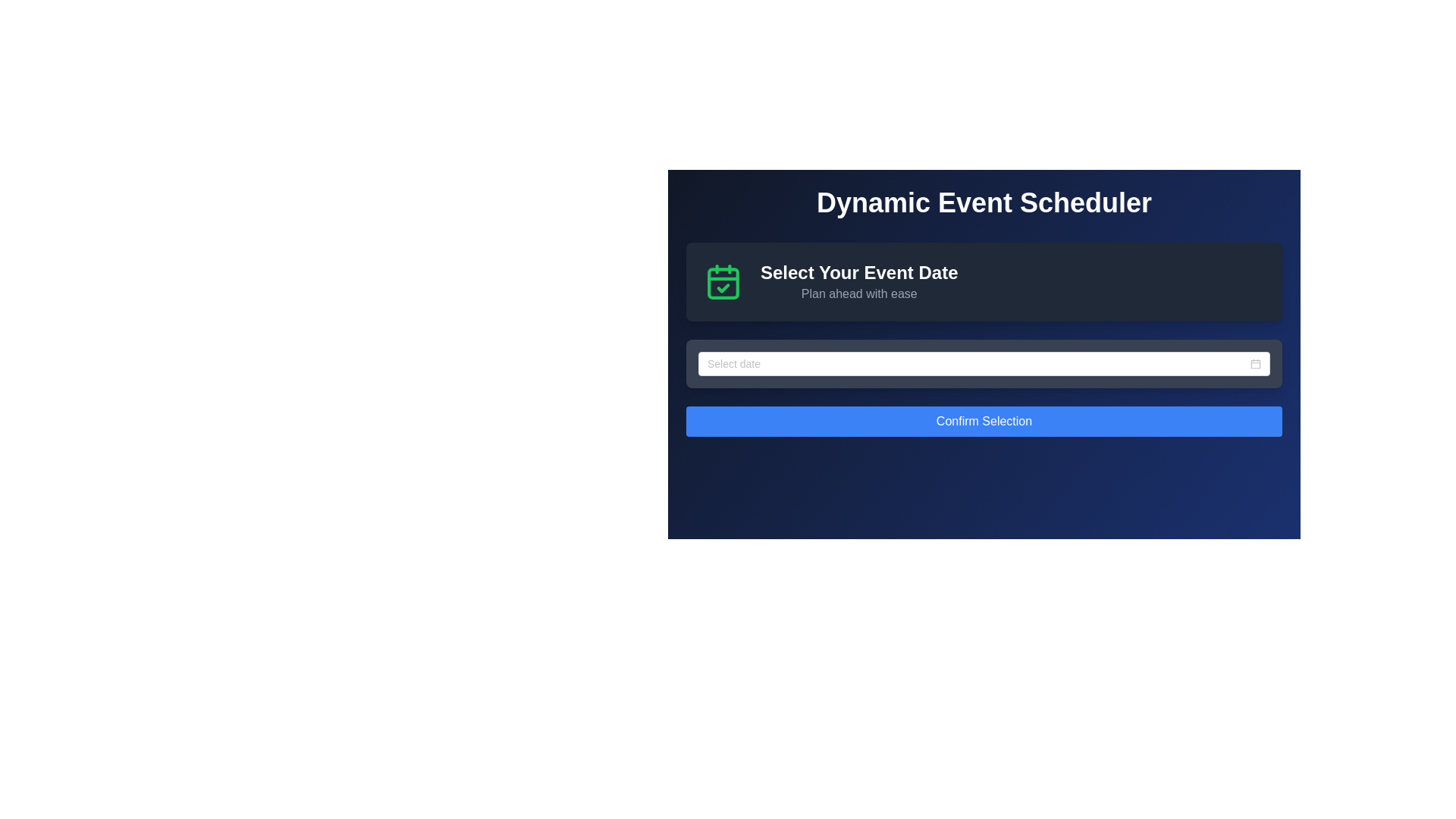 The width and height of the screenshot is (1456, 819). Describe the element at coordinates (859, 271) in the screenshot. I see `the static text header that reads 'Select Your Event Date', which is bold, larger font, and white on a dark blue background` at that location.